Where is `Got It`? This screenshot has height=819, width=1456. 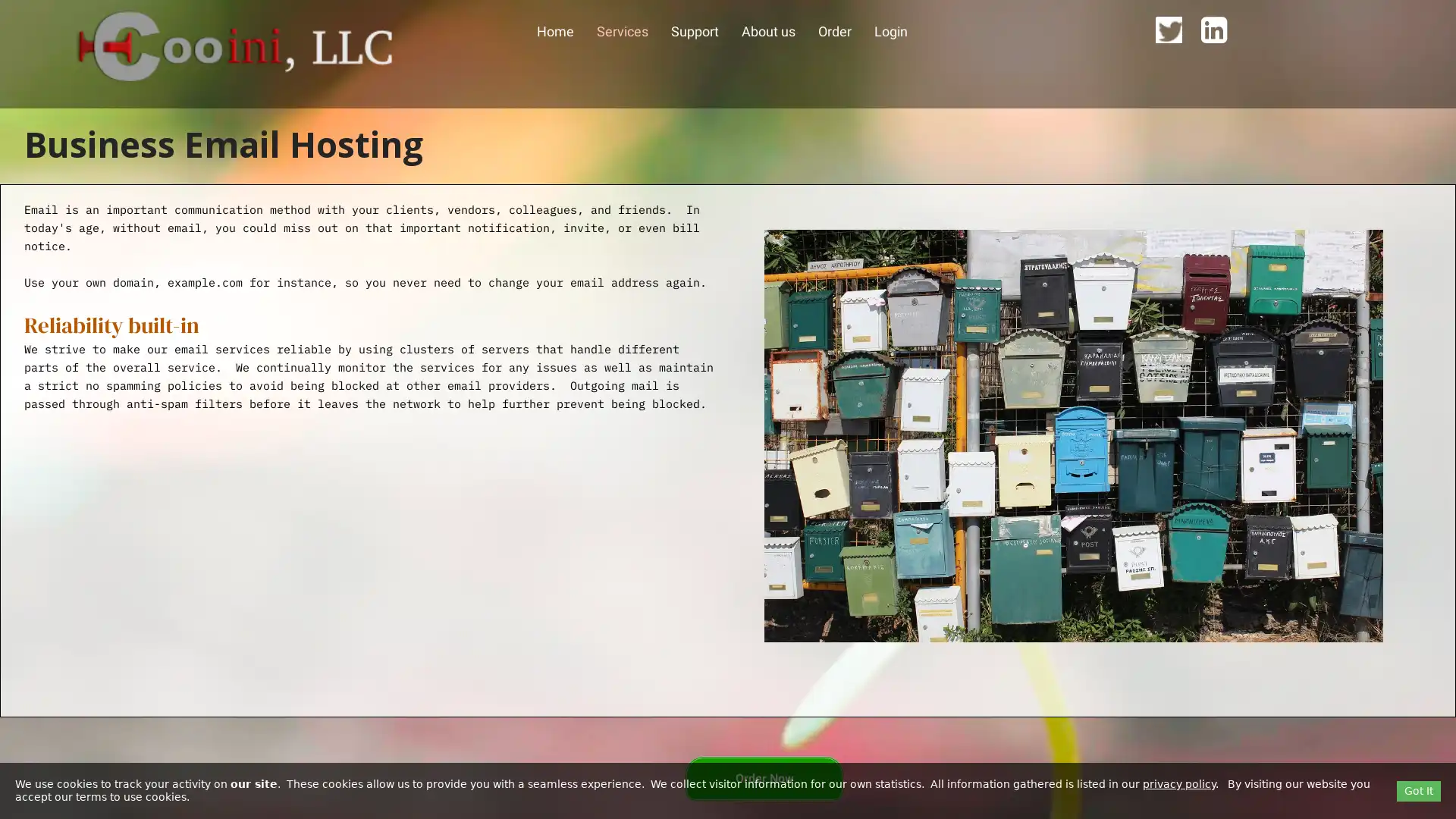 Got It is located at coordinates (1418, 789).